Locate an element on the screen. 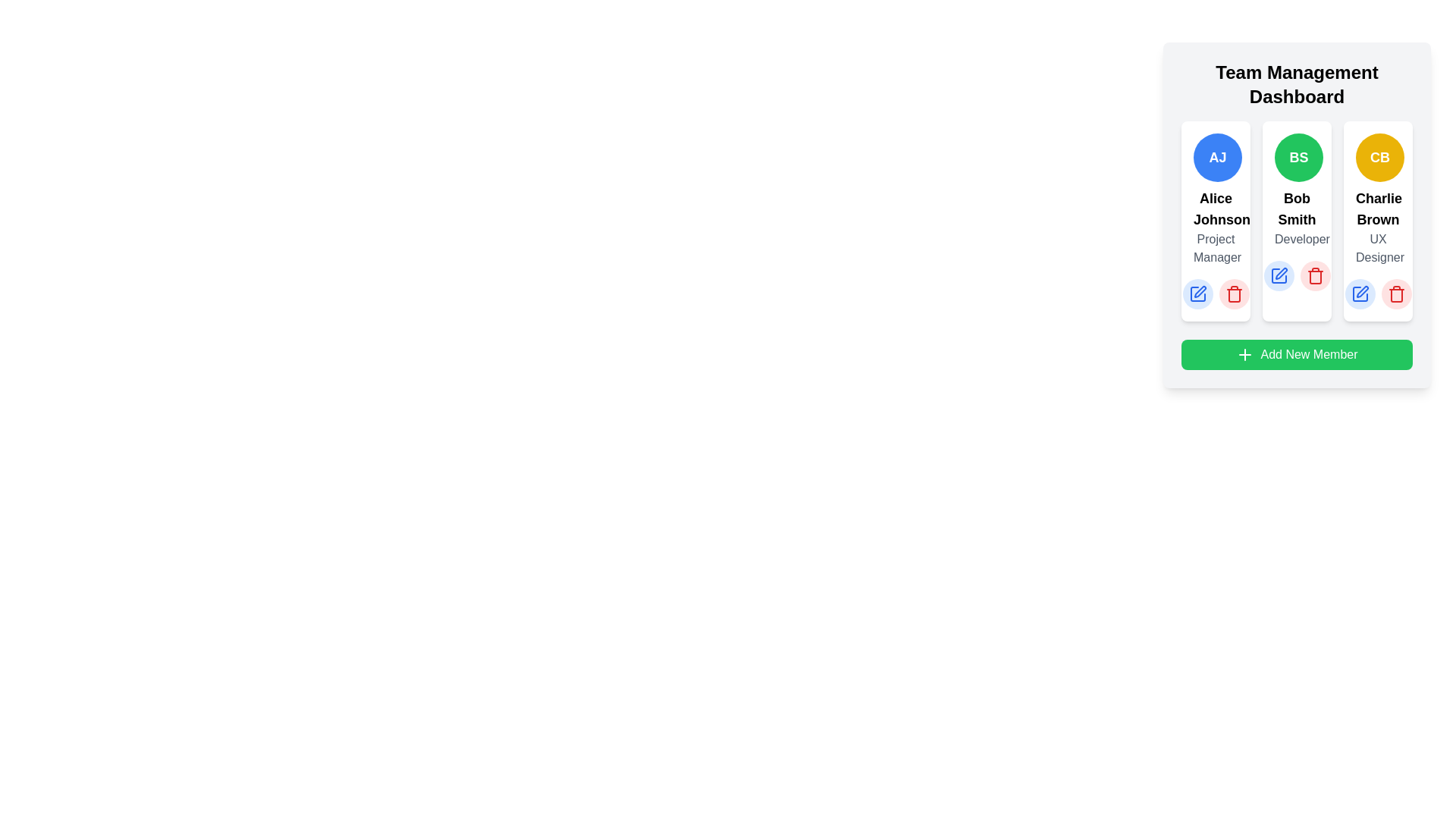  the circular avatar with a green background and white text displaying 'BS', located at the top-center of the card representing 'Bob Smith' in the Team Management Dashboard is located at coordinates (1298, 158).